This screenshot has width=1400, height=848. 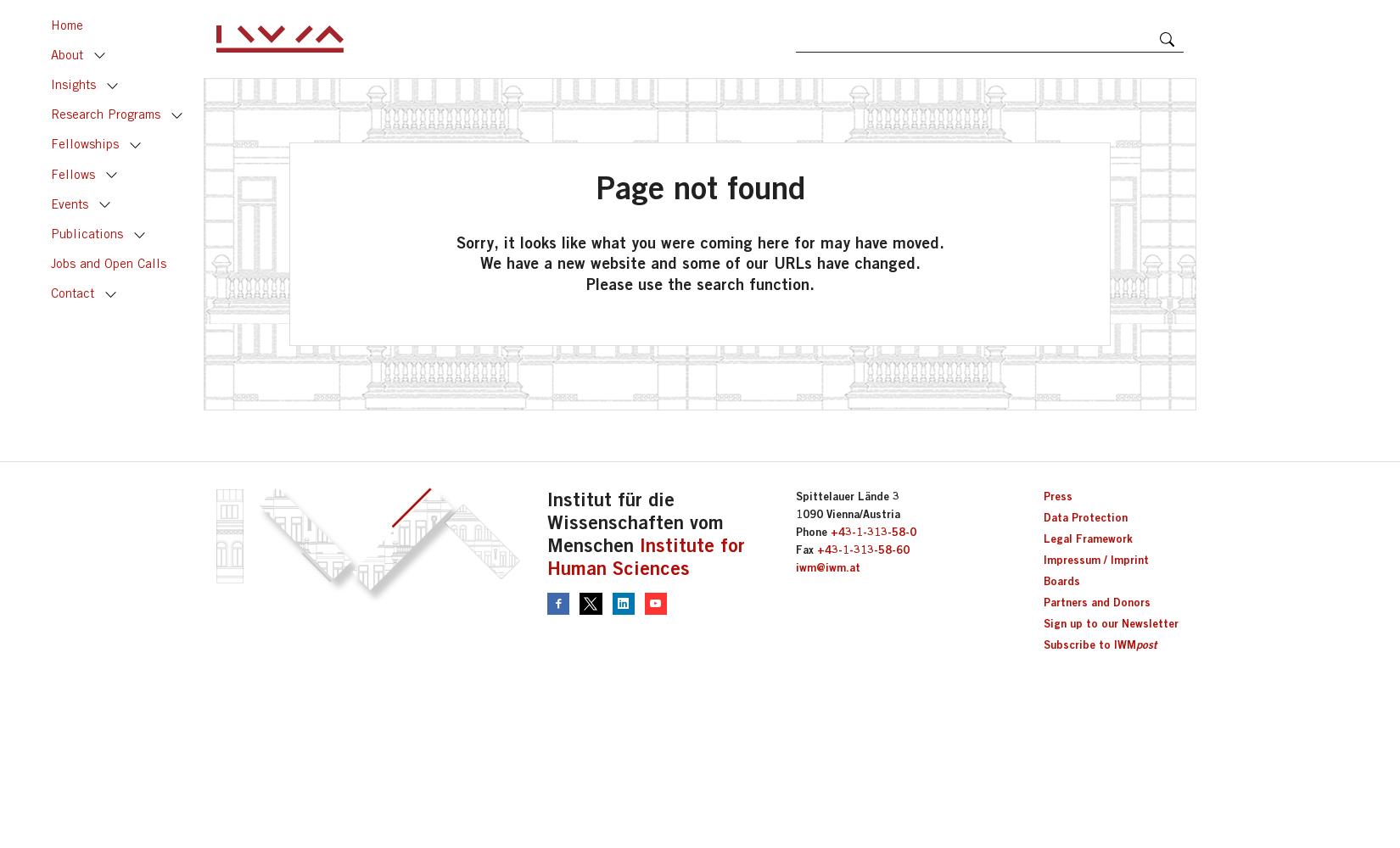 I want to click on '+43-1-313-58-0', so click(x=872, y=532).